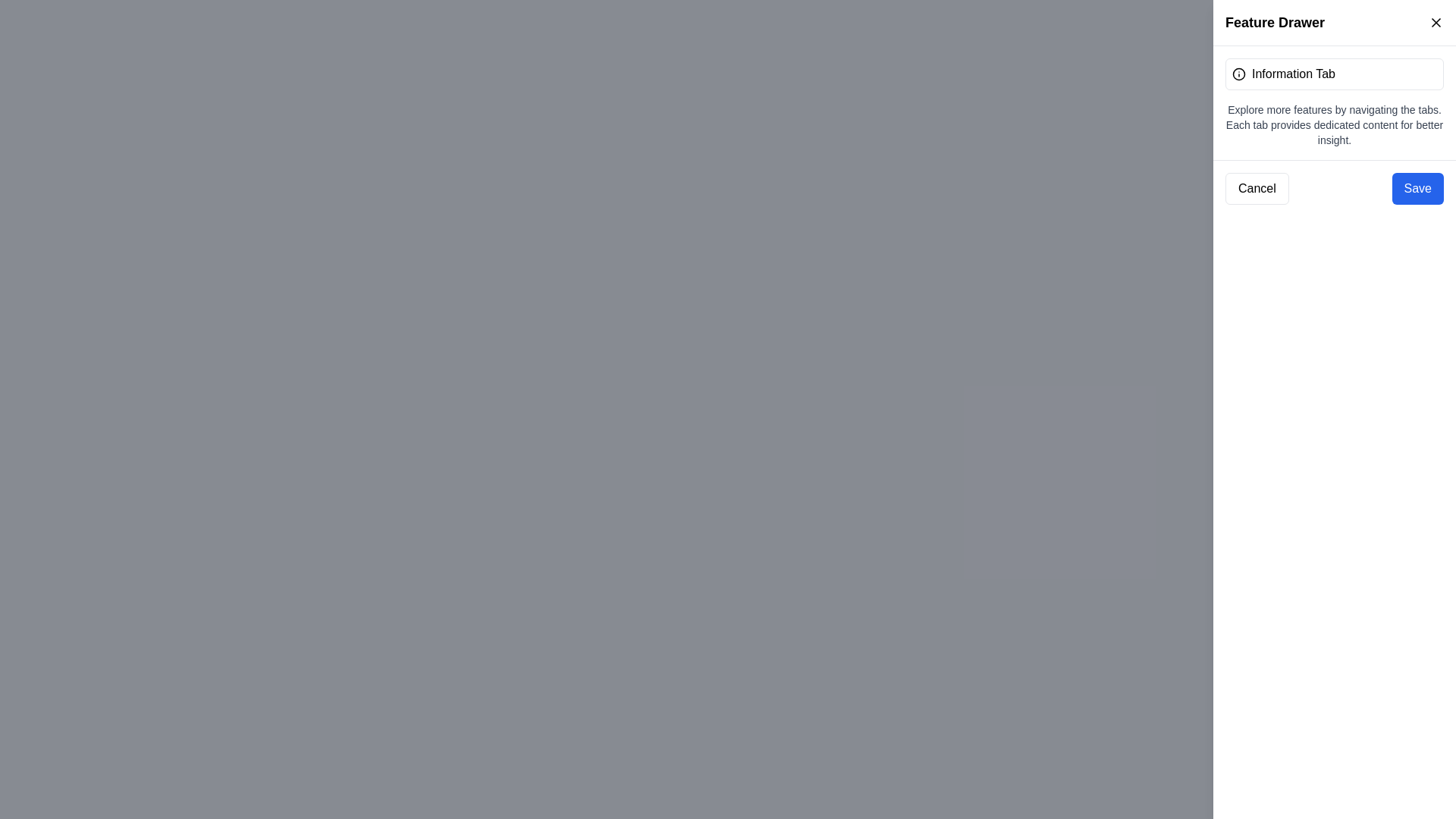 The height and width of the screenshot is (819, 1456). Describe the element at coordinates (1335, 74) in the screenshot. I see `the 'Information Tab' button located at the top of the drawer interface` at that location.